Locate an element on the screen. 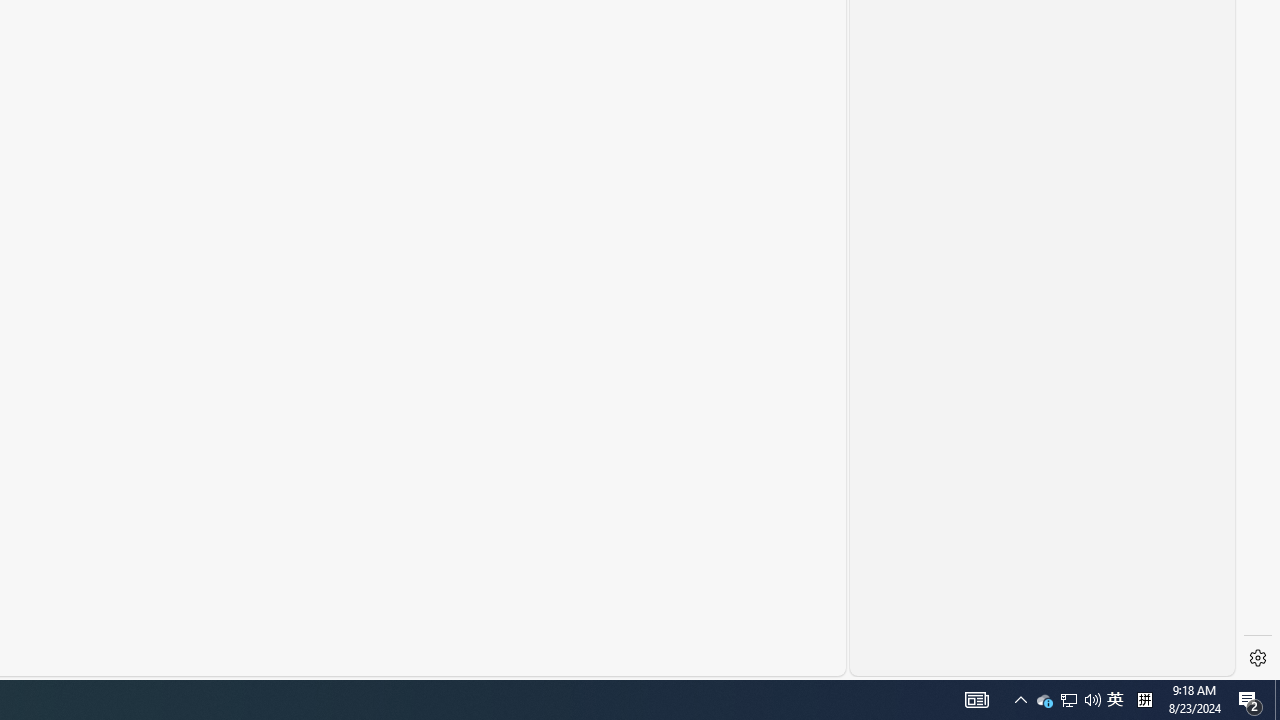 This screenshot has width=1280, height=720. 'User Promoted Notification Area' is located at coordinates (1020, 698).